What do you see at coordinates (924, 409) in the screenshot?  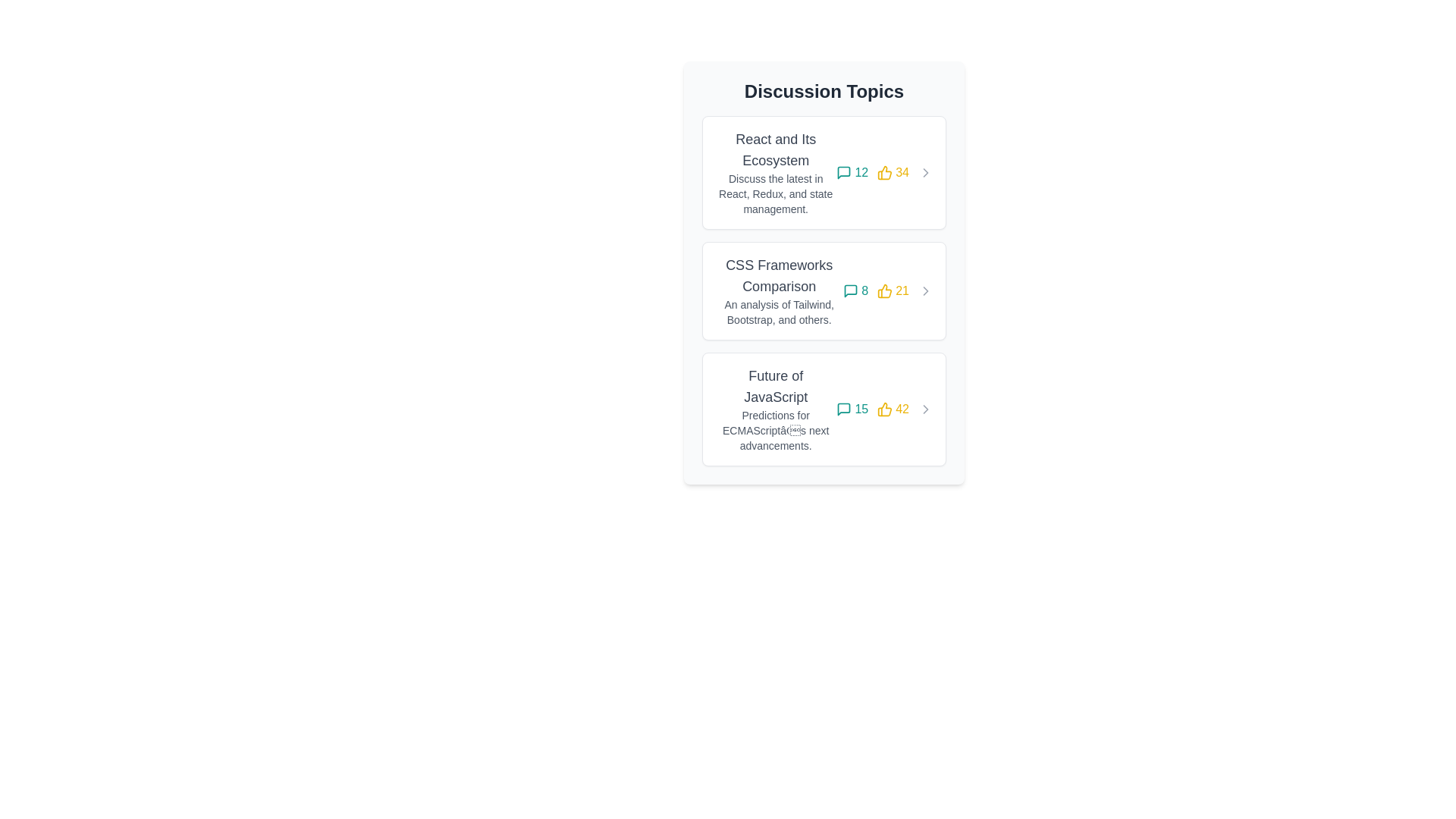 I see `the right arrow SVG icon in the bottom-right corner of the 'Future of JavaScript' discussion topic section` at bounding box center [924, 409].